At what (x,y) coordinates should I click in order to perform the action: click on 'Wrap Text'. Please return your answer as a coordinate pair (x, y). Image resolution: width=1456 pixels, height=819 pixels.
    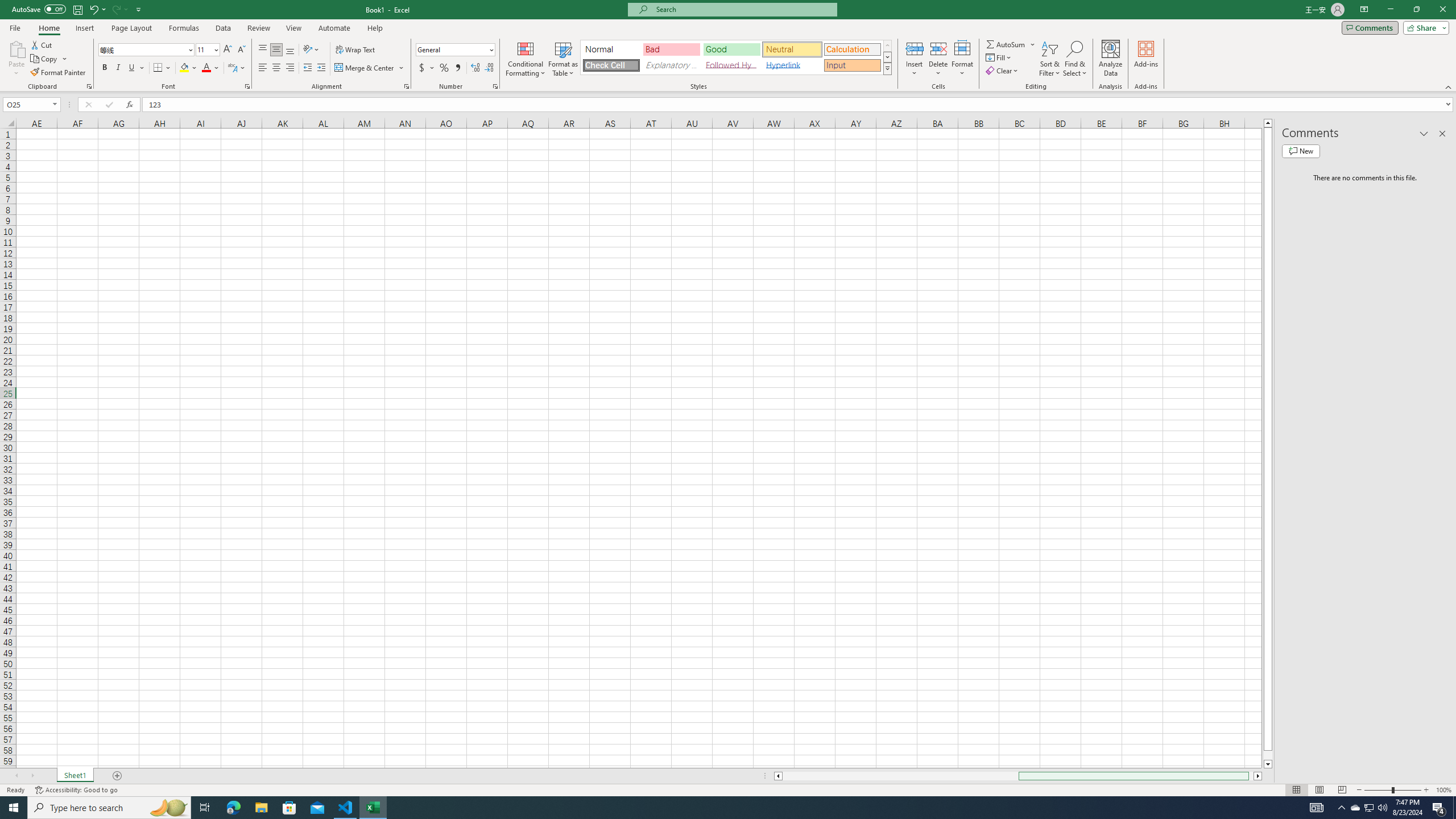
    Looking at the image, I should click on (355, 49).